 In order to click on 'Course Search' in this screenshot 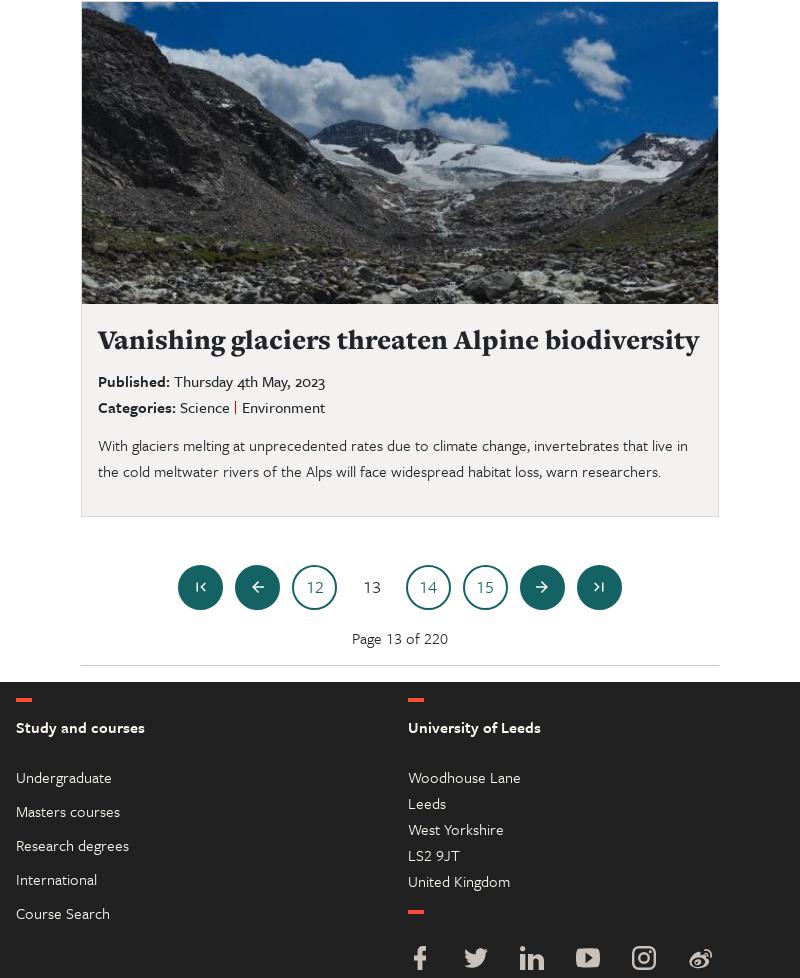, I will do `click(62, 910)`.